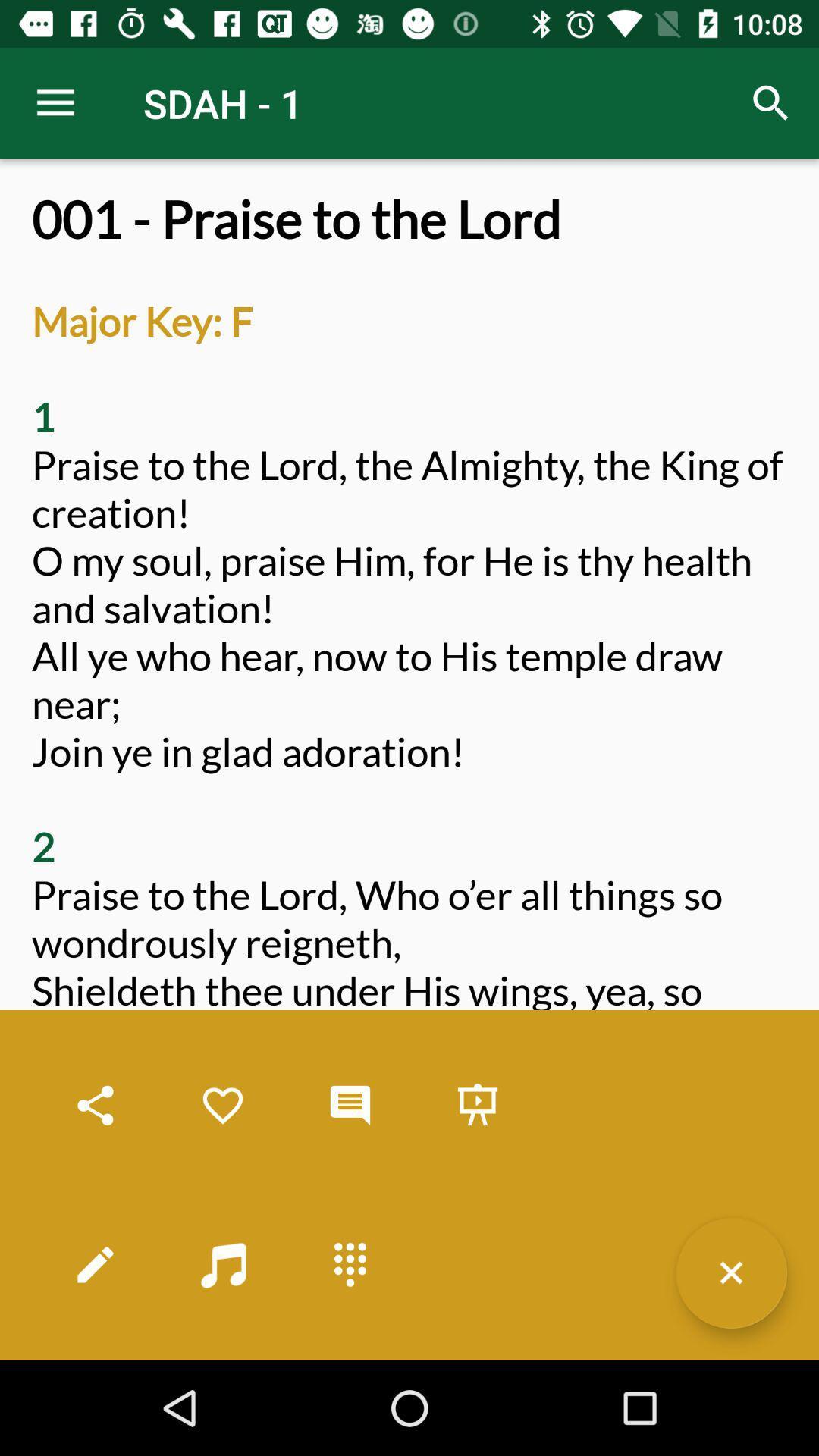  What do you see at coordinates (730, 1272) in the screenshot?
I see `go back` at bounding box center [730, 1272].